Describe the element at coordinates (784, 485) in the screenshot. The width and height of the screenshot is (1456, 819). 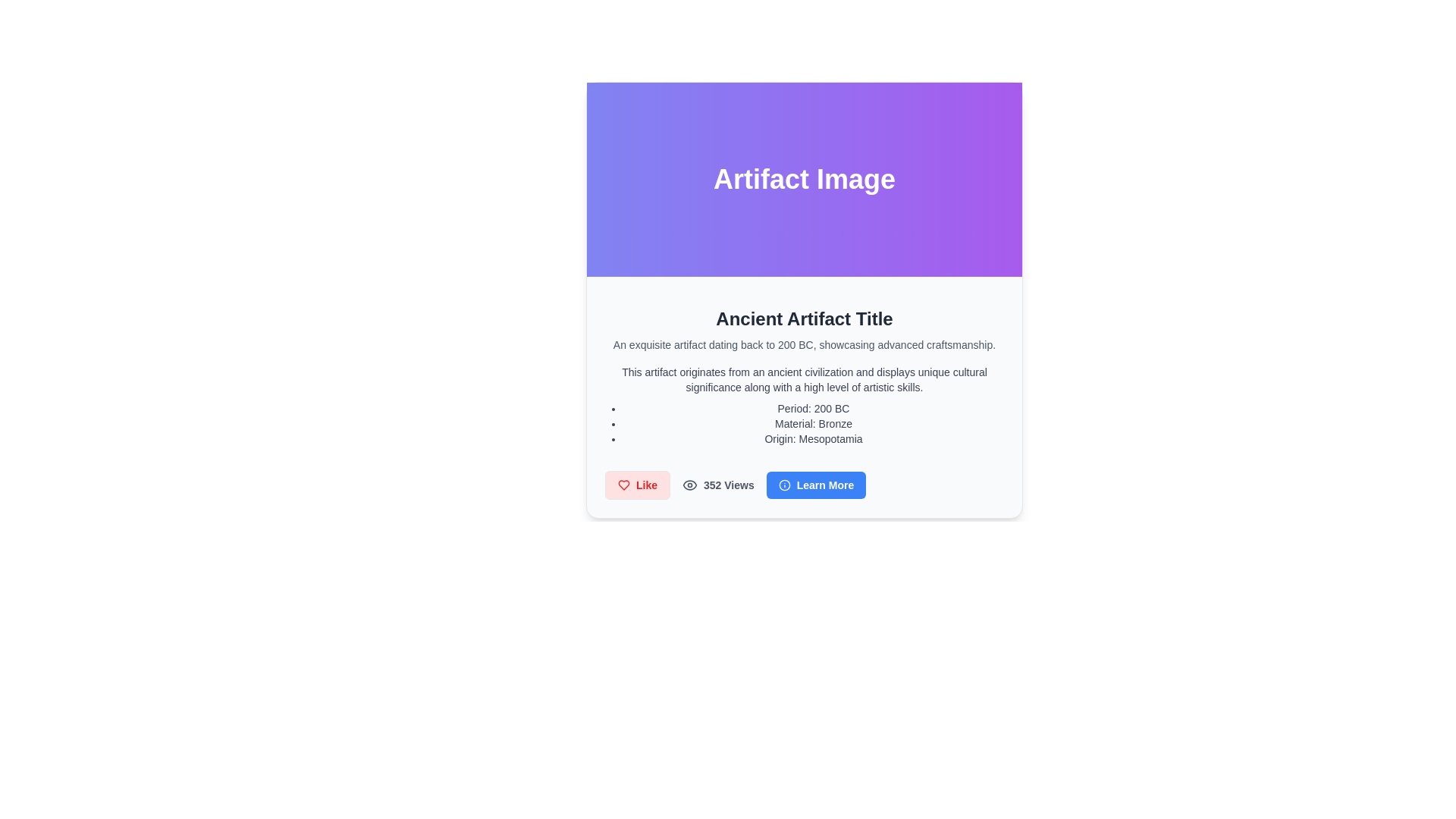
I see `the information icon to the left of the 'Learn More' button, which is characterized by its circular outline and vertical line with a dot` at that location.